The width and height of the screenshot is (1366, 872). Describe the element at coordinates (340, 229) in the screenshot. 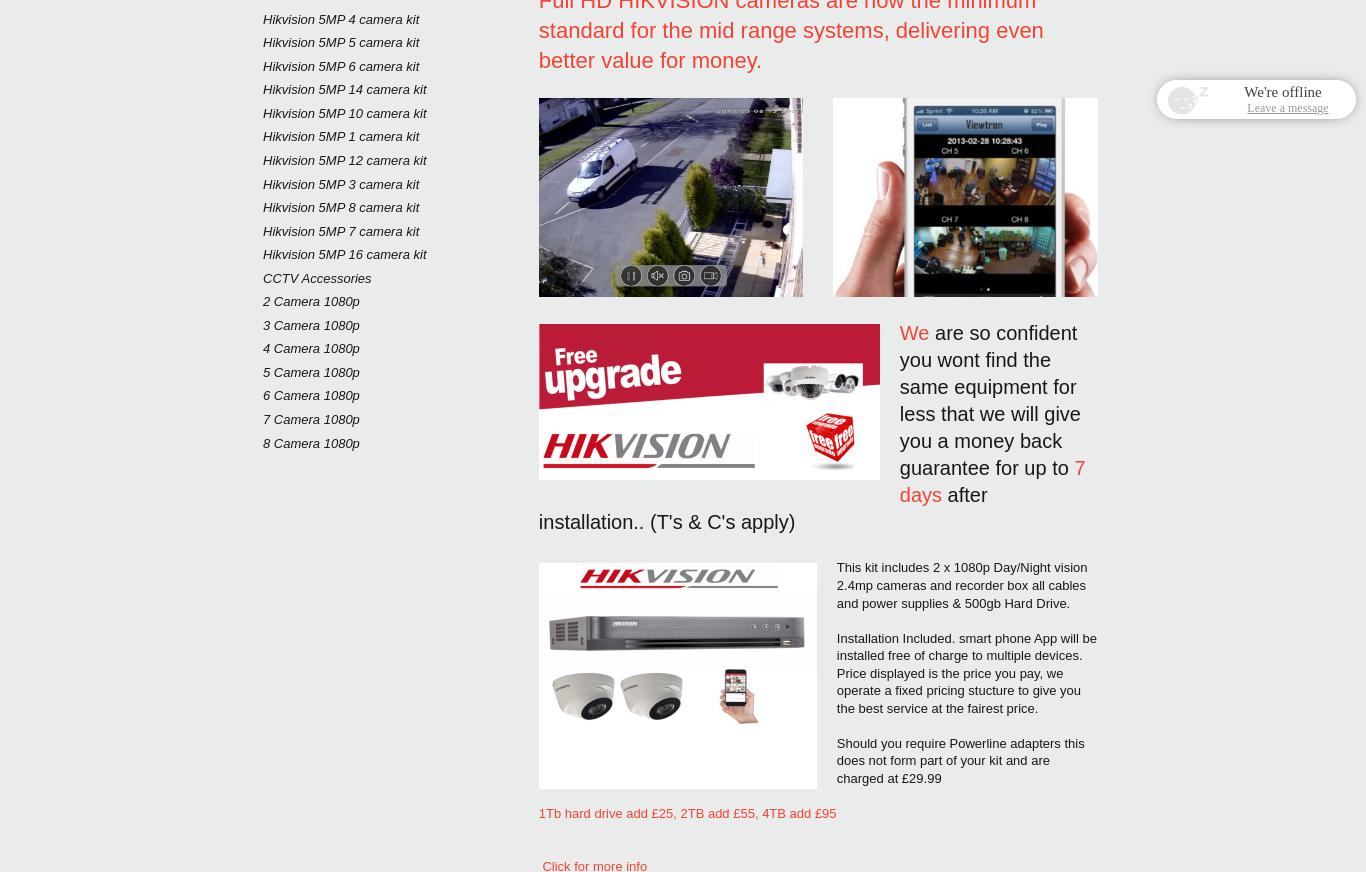

I see `'Hikvision 5MP 7 camera kit'` at that location.